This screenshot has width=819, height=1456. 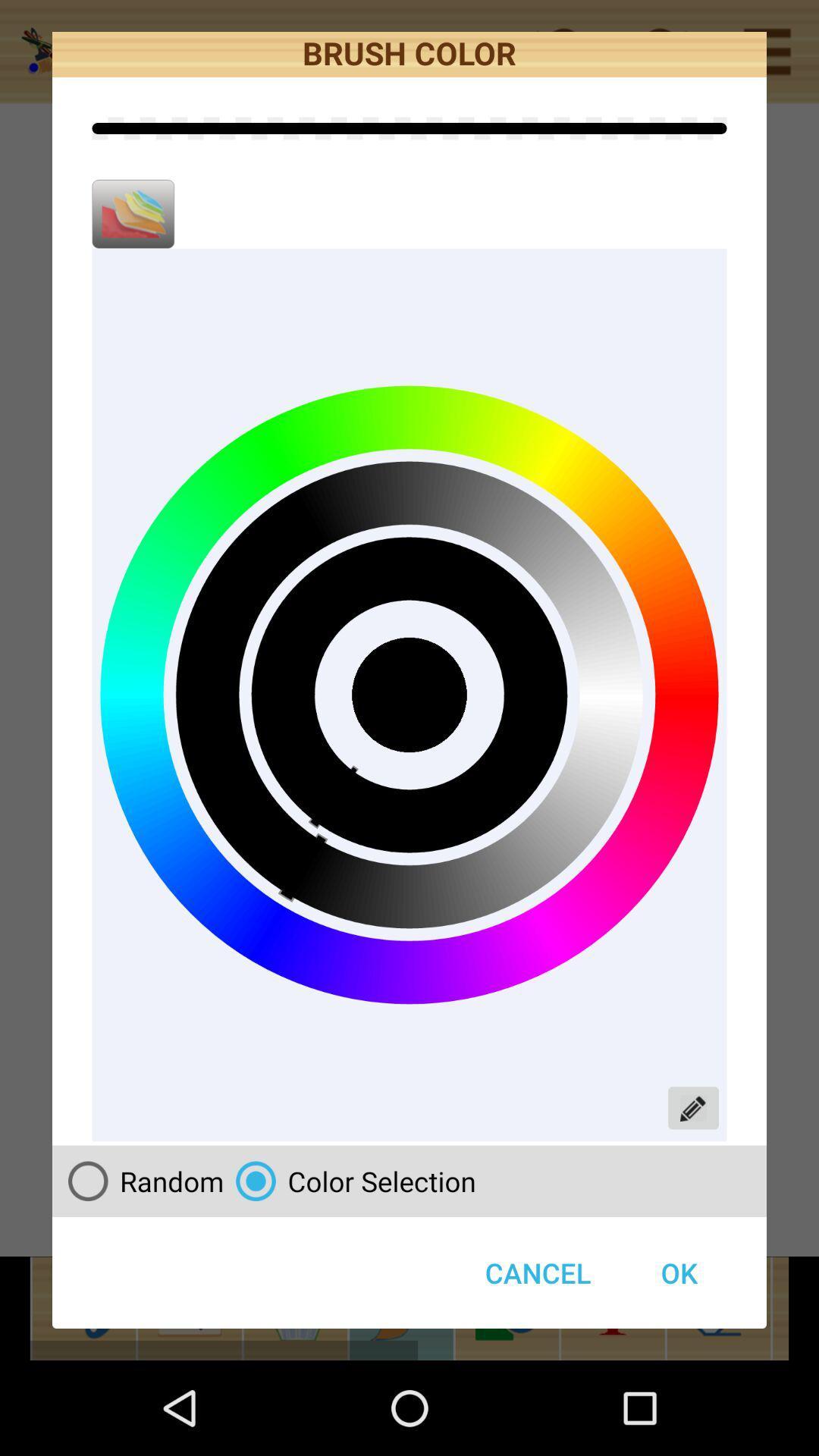 I want to click on button above the cancel, so click(x=350, y=1180).